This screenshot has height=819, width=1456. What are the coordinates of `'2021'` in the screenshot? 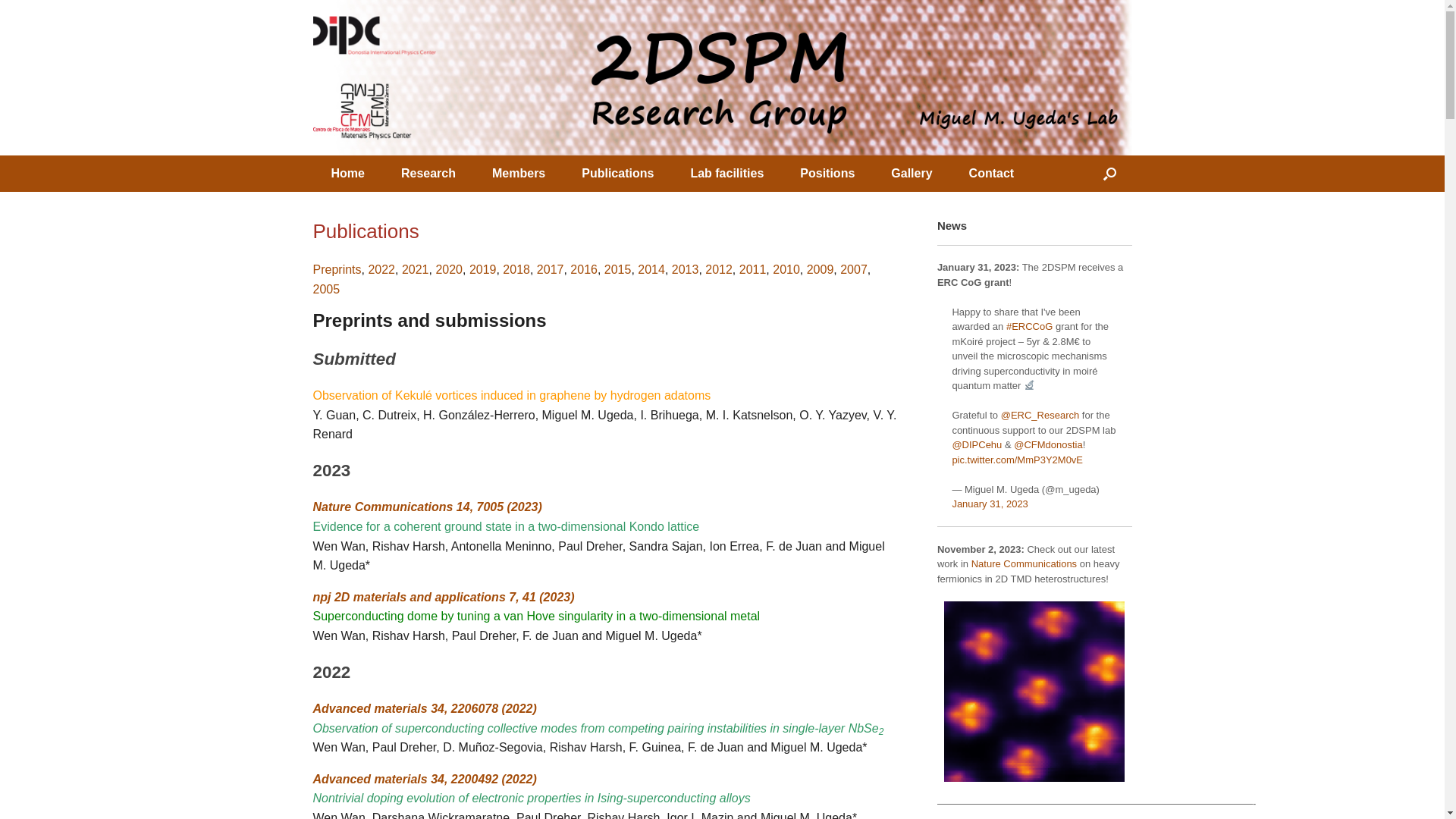 It's located at (415, 268).